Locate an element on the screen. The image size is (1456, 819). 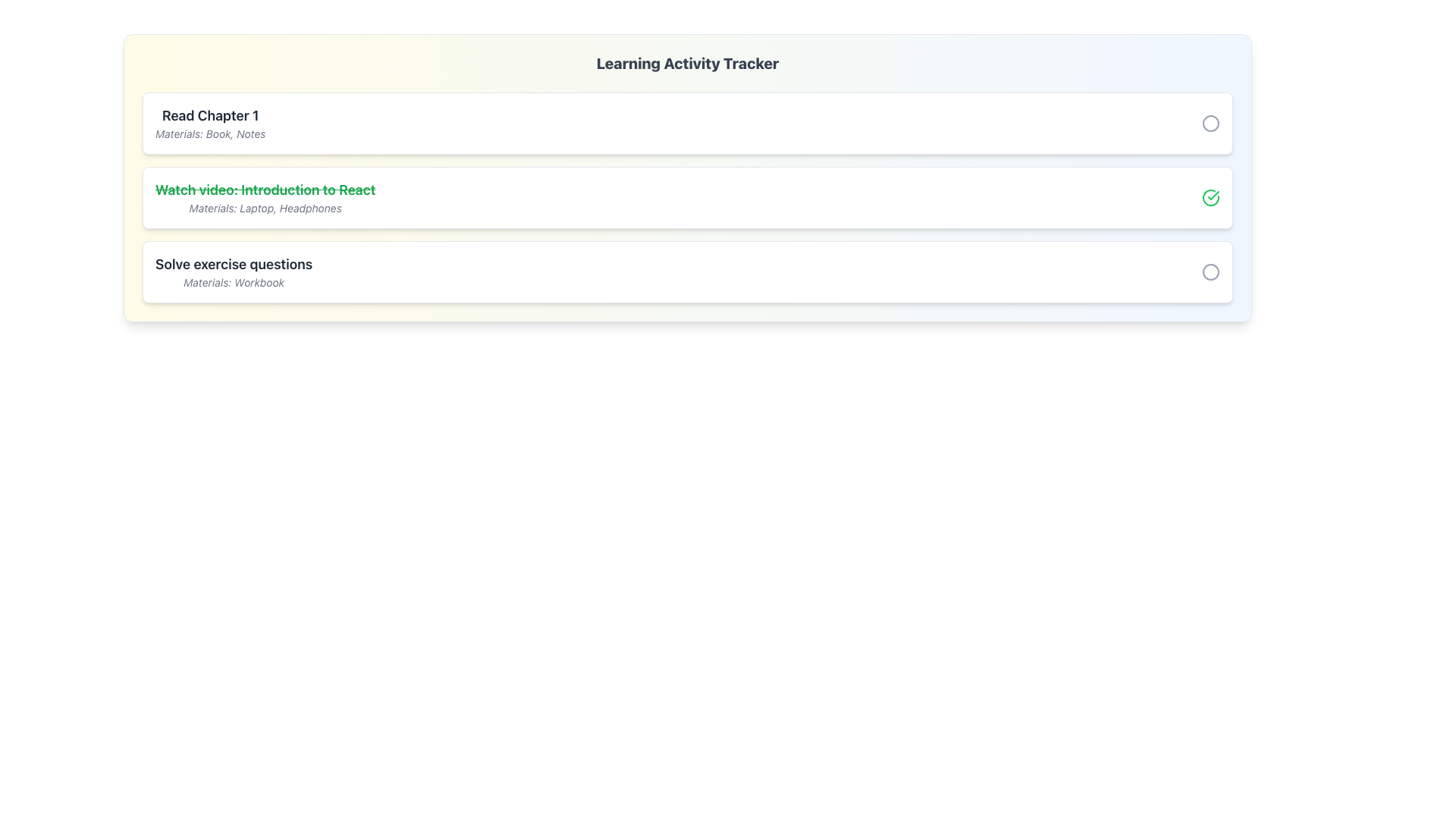
the italicized text label that says 'Materials: Workbook', which is positioned directly underneath the header 'Solve exercise questions' in the third row of the list is located at coordinates (233, 283).